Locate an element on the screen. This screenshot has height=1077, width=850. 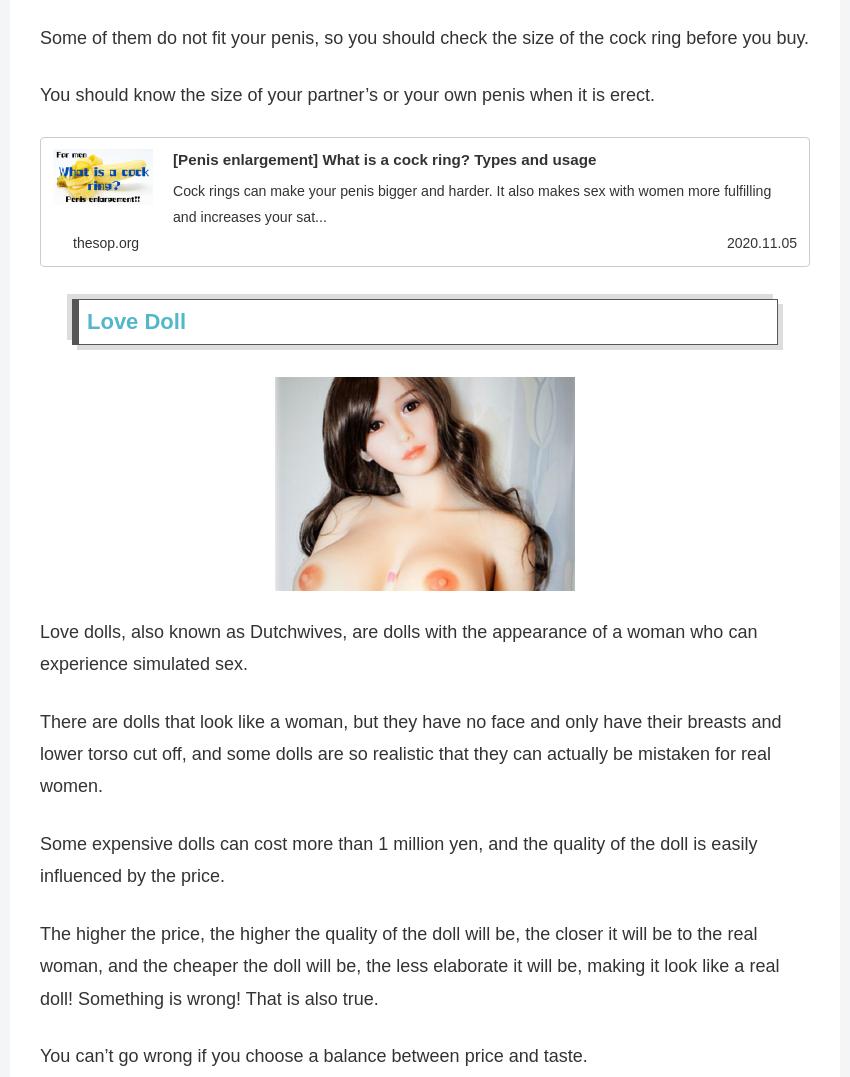
'You should know the size of your partner’s or your own penis when it is erect.' is located at coordinates (346, 96).